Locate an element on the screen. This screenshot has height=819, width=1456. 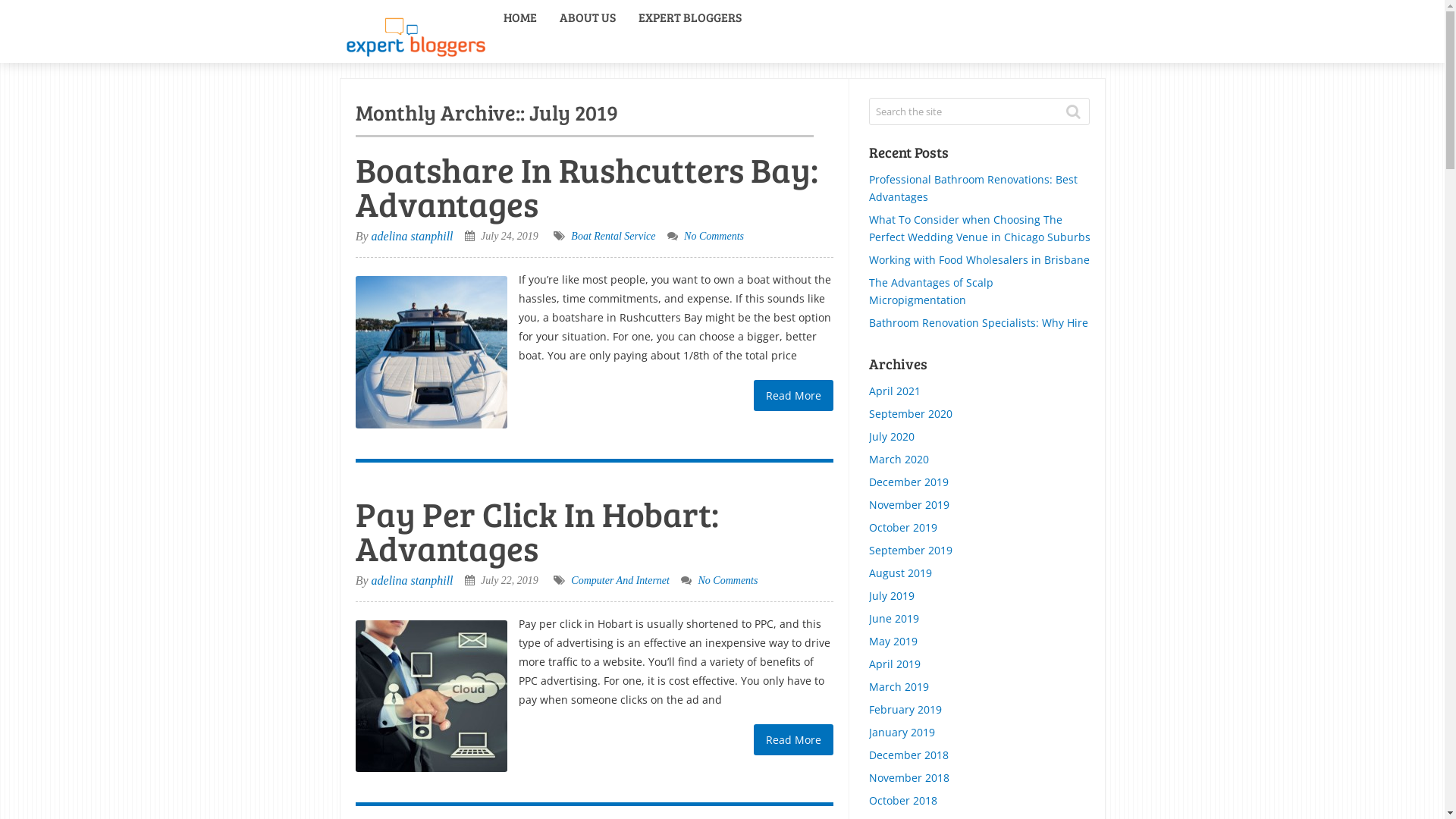
'Bathroom Renovation Specialists: Why Hire' is located at coordinates (978, 322).